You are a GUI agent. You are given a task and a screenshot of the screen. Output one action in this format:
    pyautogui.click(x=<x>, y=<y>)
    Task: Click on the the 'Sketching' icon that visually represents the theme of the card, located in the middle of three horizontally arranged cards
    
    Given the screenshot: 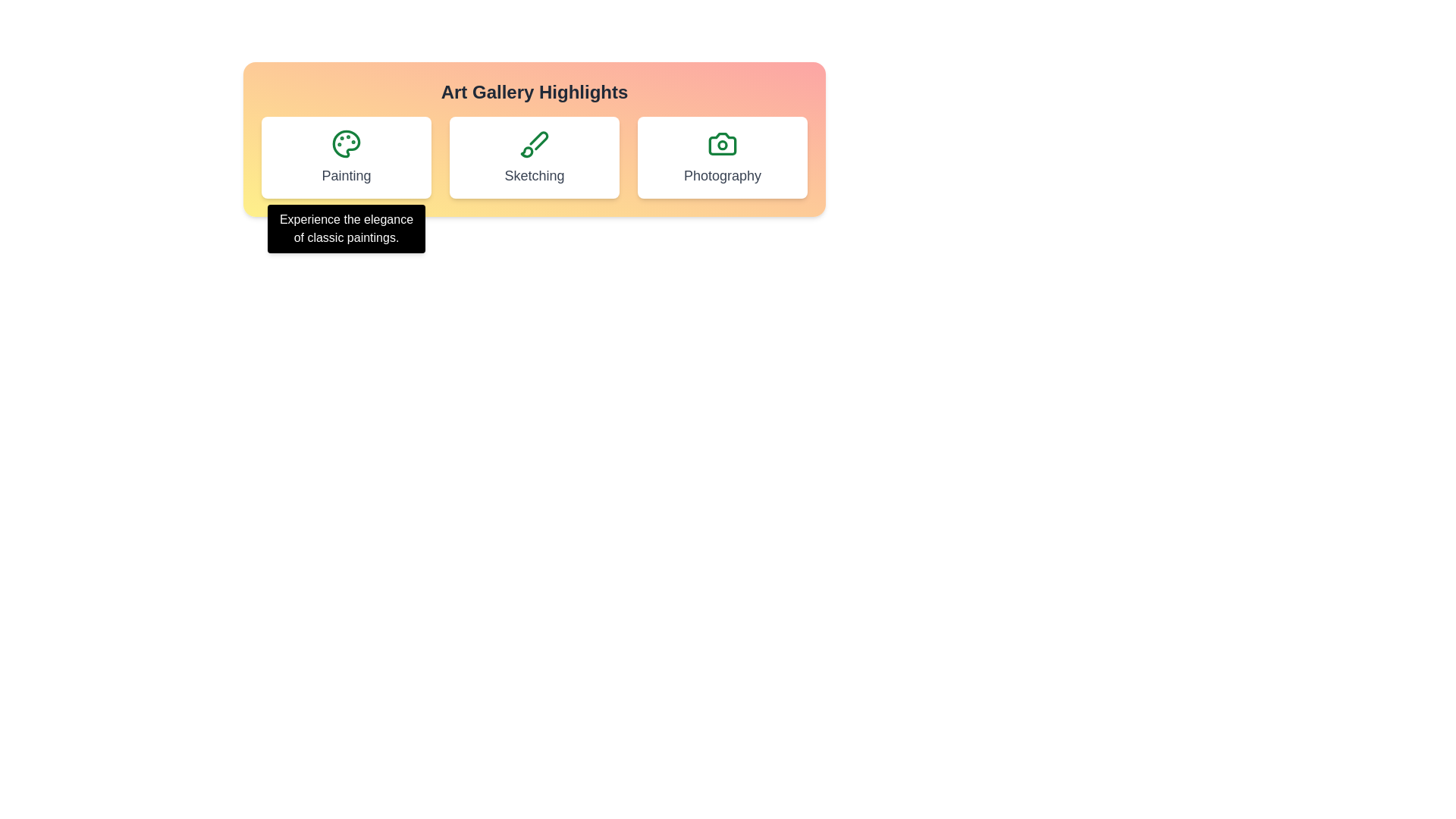 What is the action you would take?
    pyautogui.click(x=535, y=143)
    